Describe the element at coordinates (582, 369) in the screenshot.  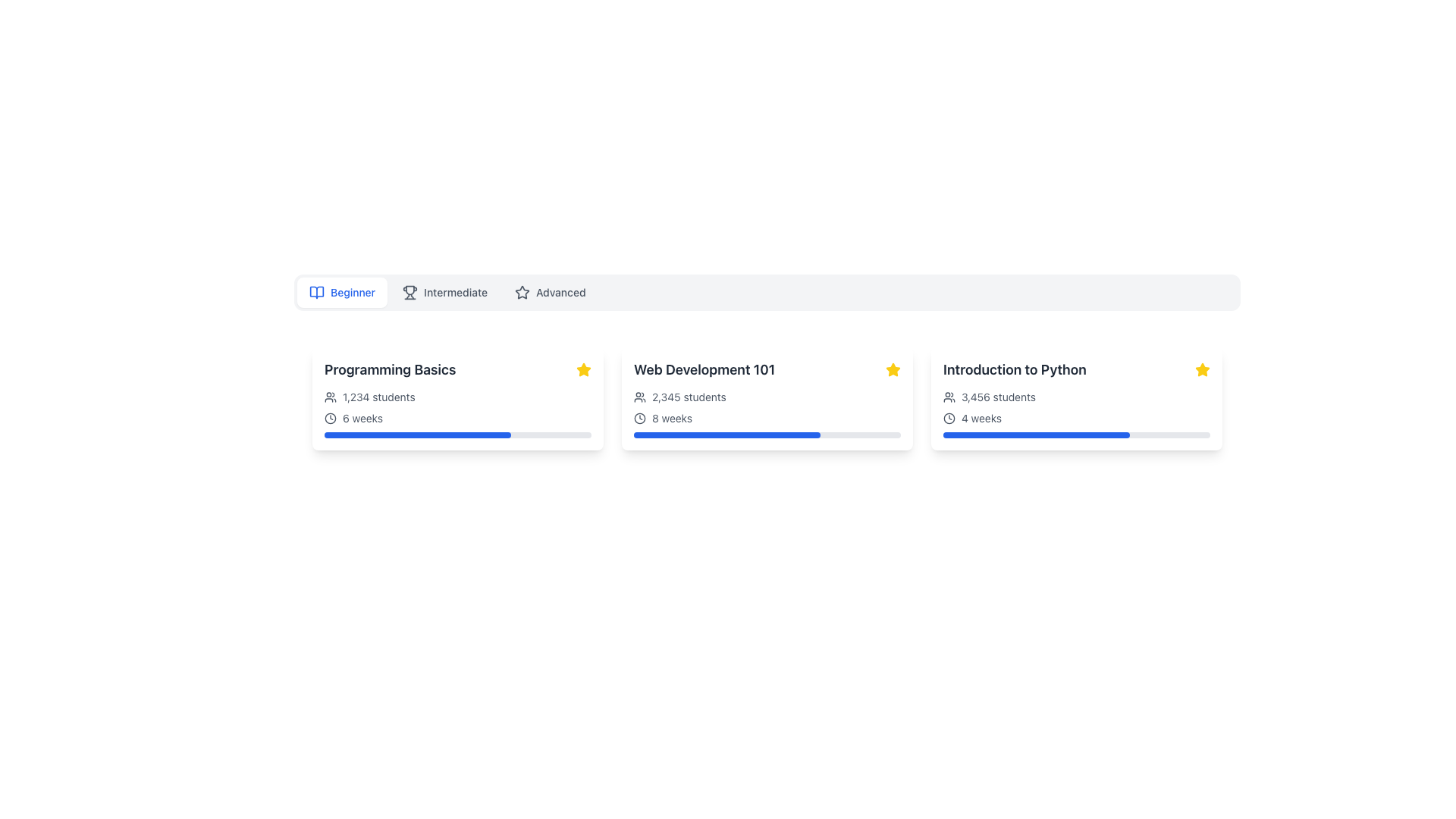
I see `the yellow star icon indicating favorite status located in the upper-right corner of the 'Programming Basics' card` at that location.